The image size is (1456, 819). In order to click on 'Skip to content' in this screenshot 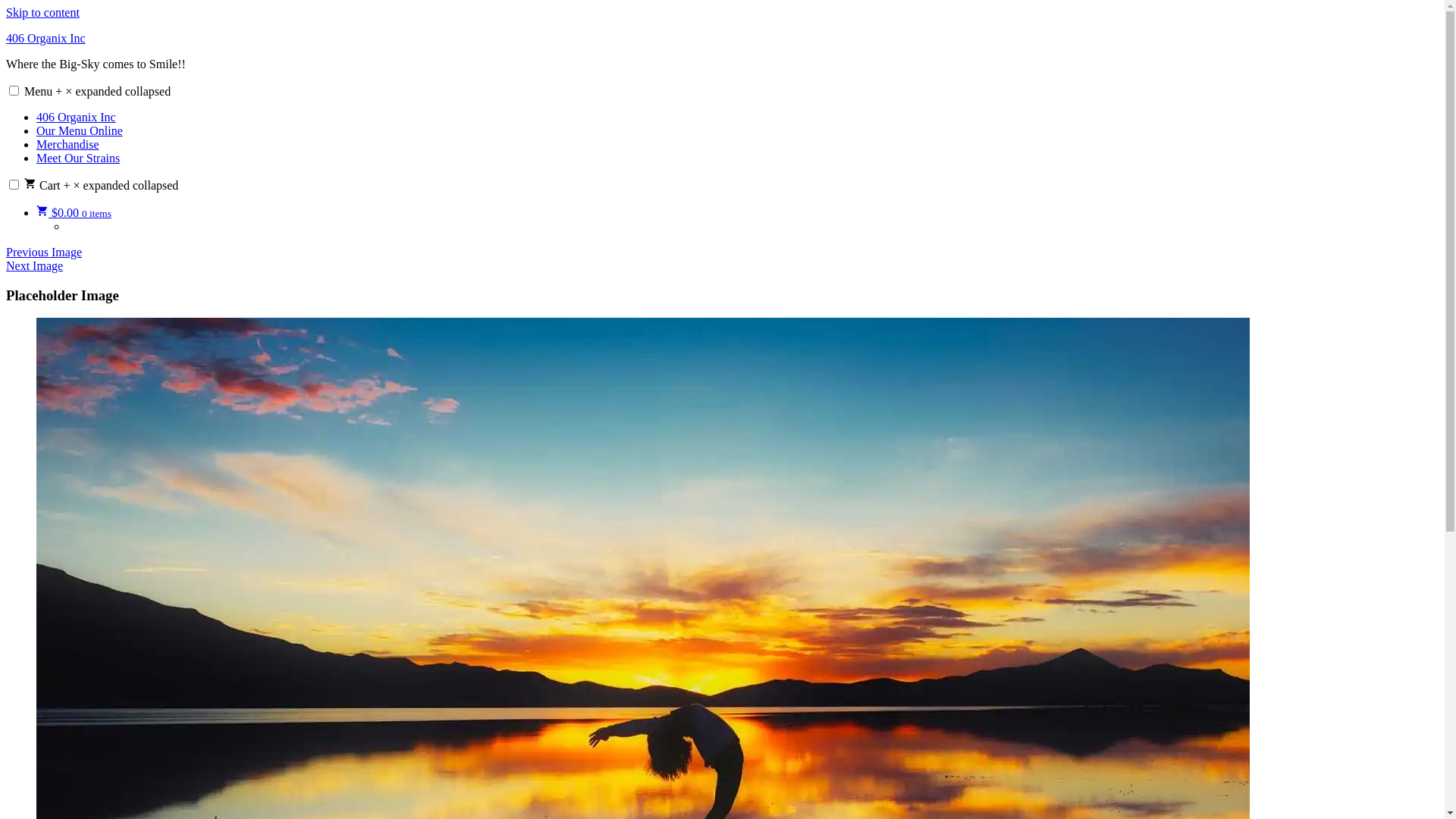, I will do `click(42, 12)`.